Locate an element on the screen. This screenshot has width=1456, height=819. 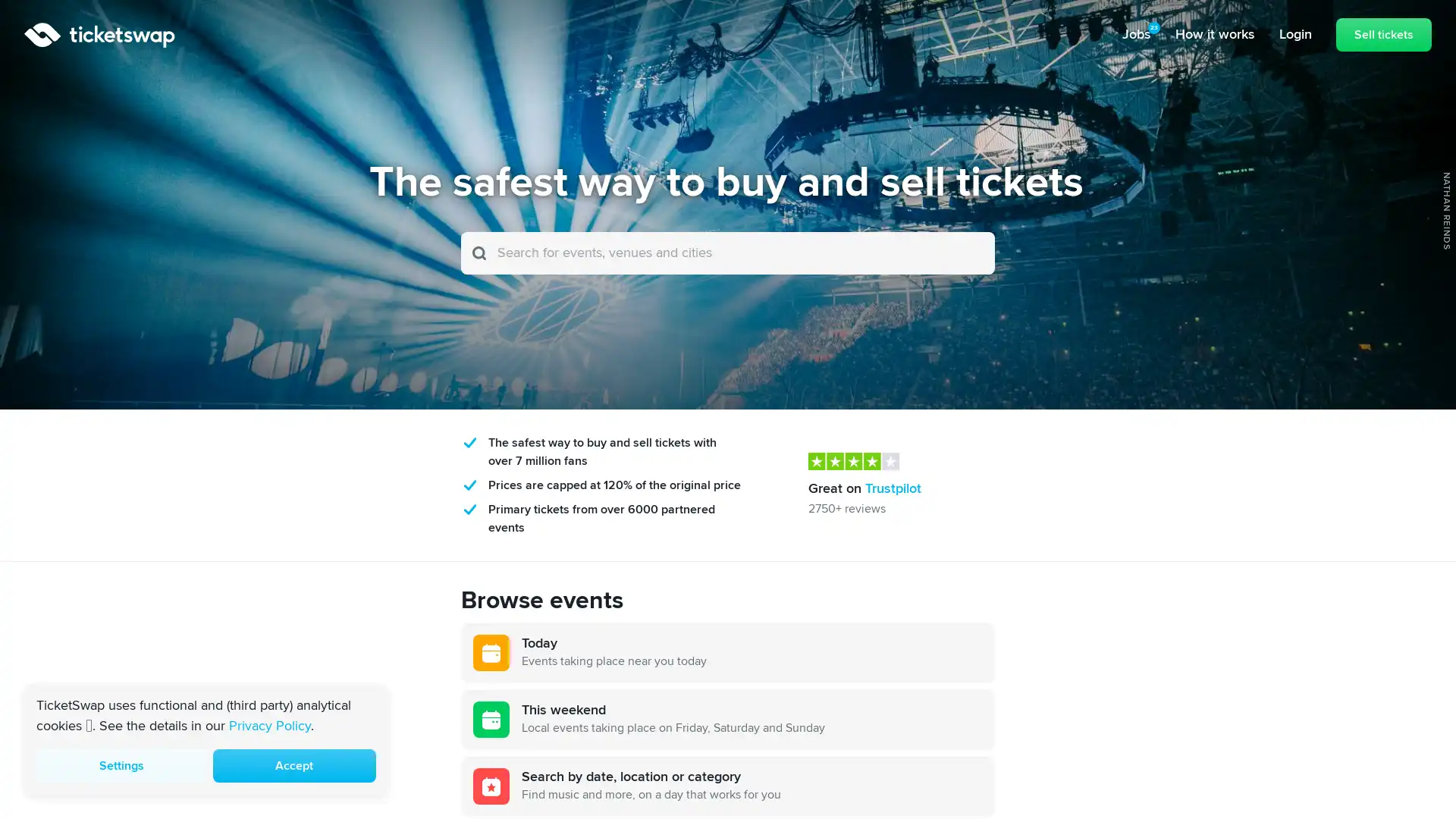
Login is located at coordinates (1294, 34).